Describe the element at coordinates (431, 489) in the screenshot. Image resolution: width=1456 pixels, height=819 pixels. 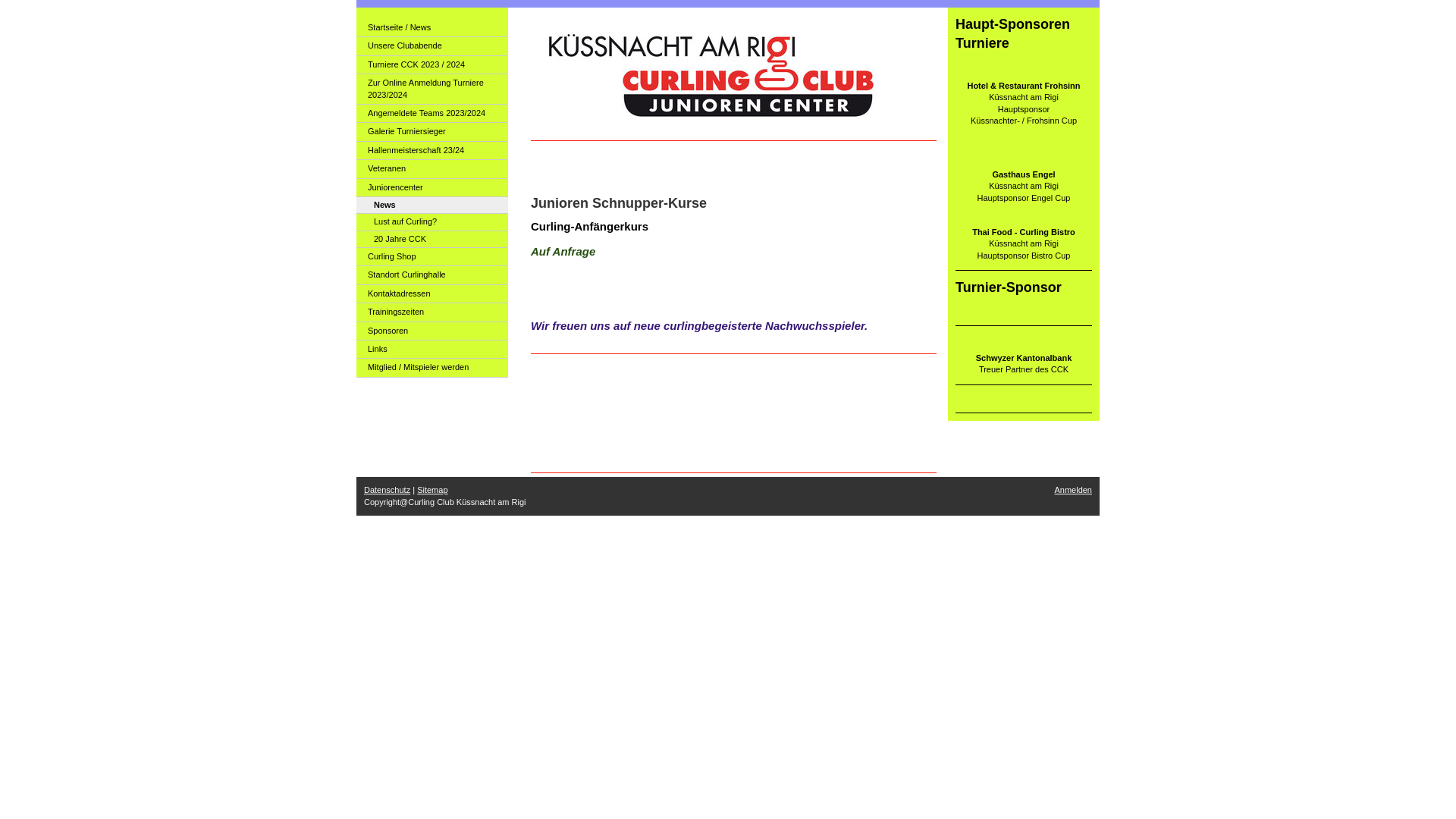
I see `'Sitemap'` at that location.